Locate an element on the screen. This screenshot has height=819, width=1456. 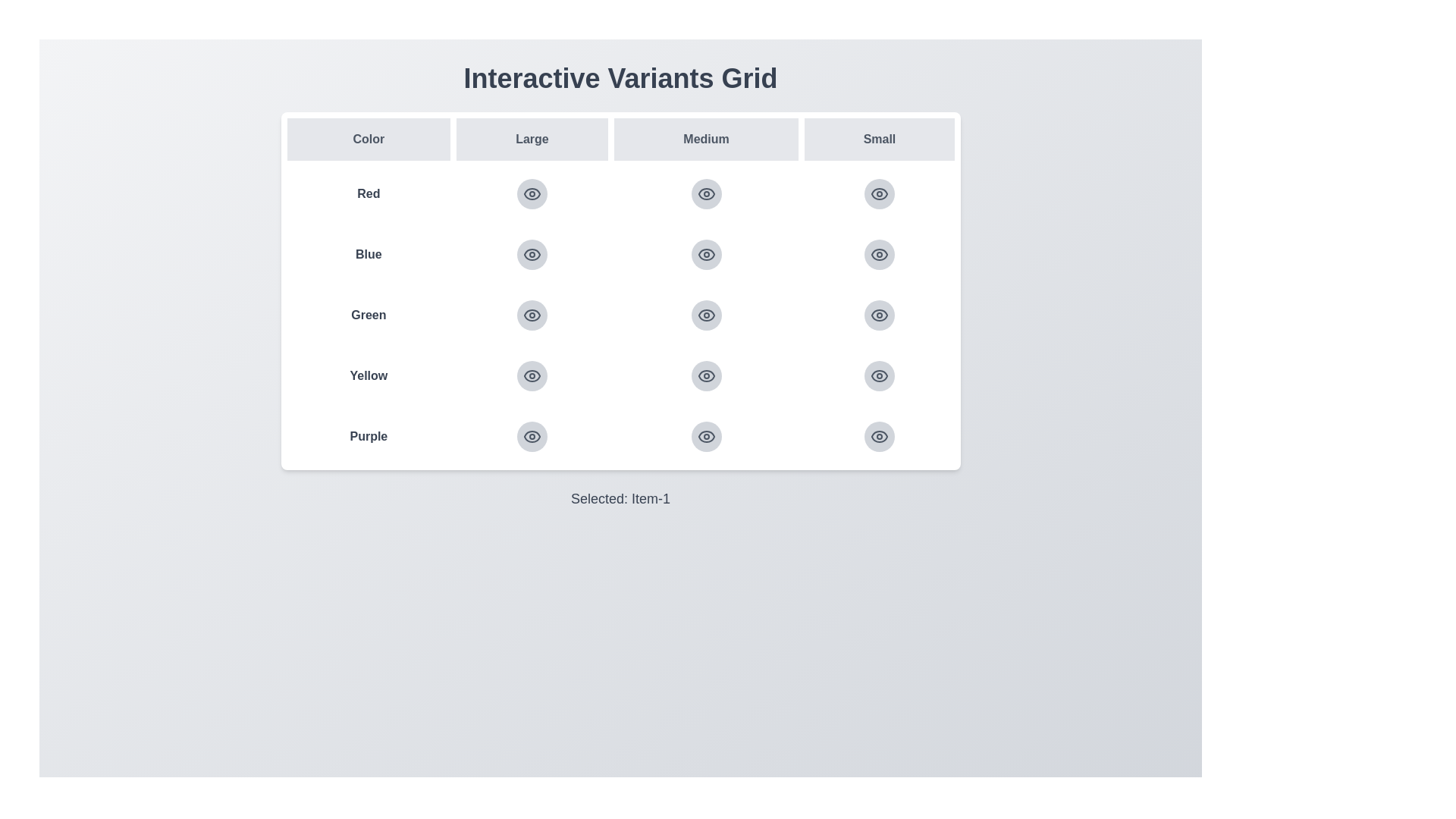
the Icon button located in the second row ('Blue') under the first column ('Large') of the grid is located at coordinates (532, 253).